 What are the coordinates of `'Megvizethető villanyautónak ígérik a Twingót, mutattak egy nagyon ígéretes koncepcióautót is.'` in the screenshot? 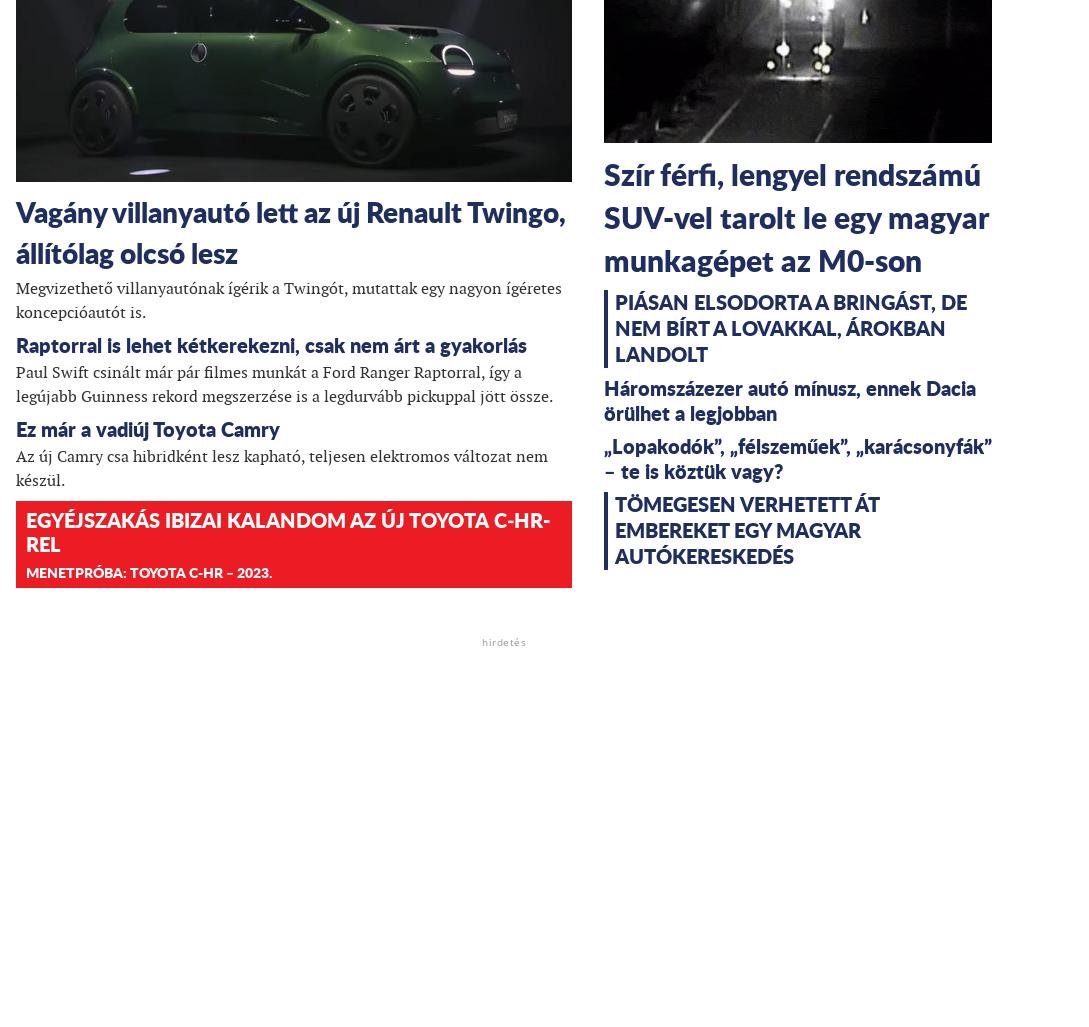 It's located at (288, 298).